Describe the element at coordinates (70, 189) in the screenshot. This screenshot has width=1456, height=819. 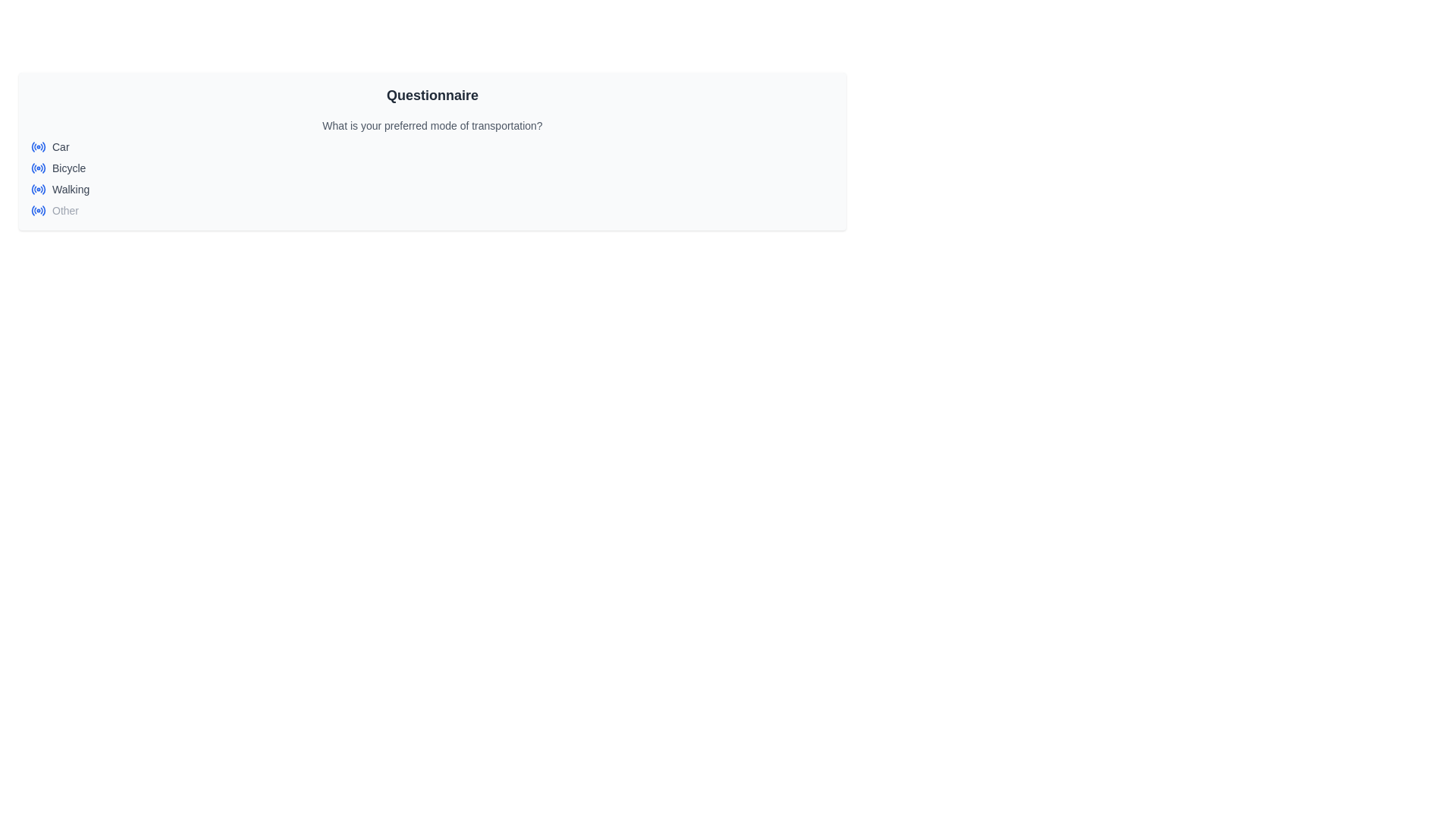
I see `static text label displaying 'Walking', which is the third option in a list of transportation choices, located below 'Bicycle' and above 'Other'` at that location.